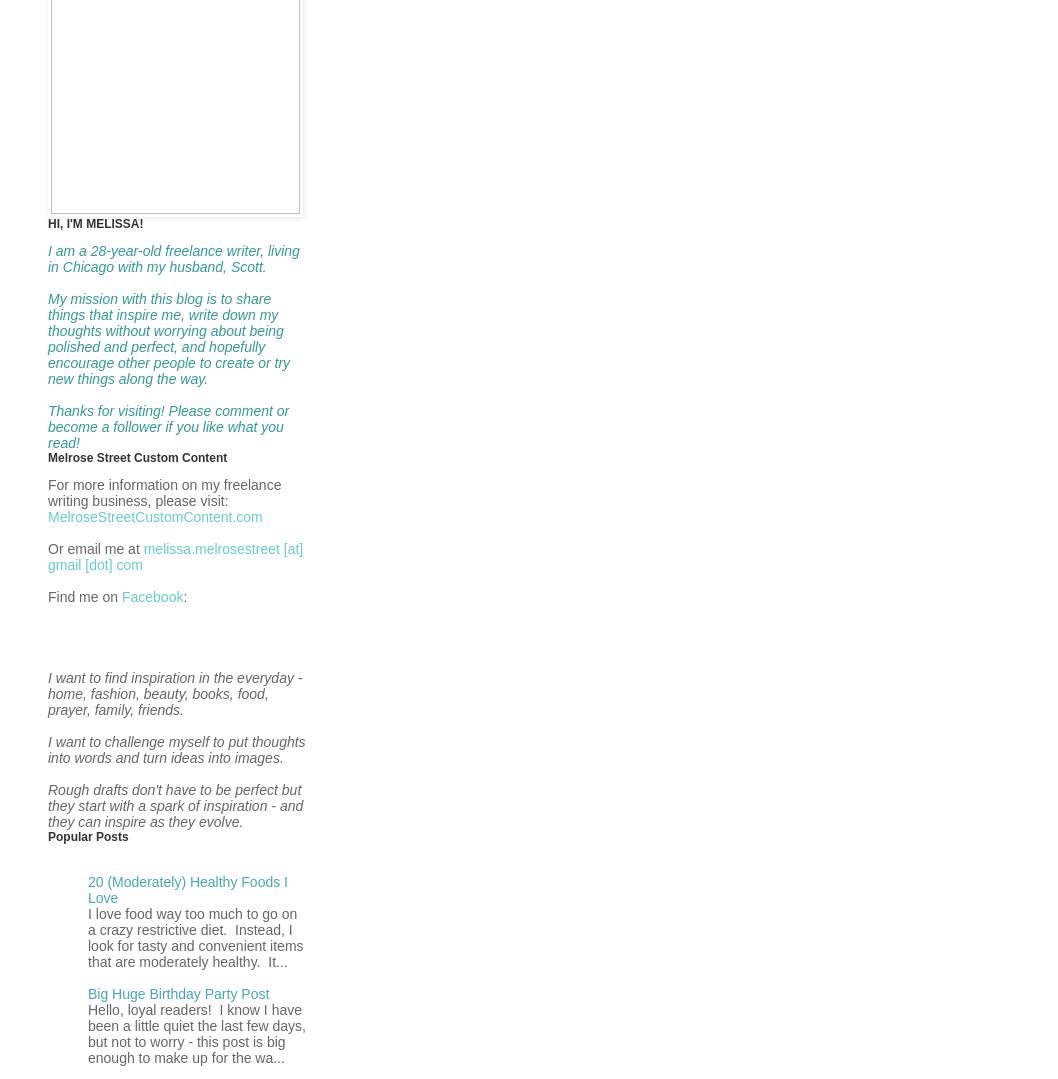  Describe the element at coordinates (48, 338) in the screenshot. I see `'My mission with this blog is to share things that inspire me, write down my thoughts without worrying about being polished and perfect, and hopefully encourage other people to create or try new things along the way.'` at that location.